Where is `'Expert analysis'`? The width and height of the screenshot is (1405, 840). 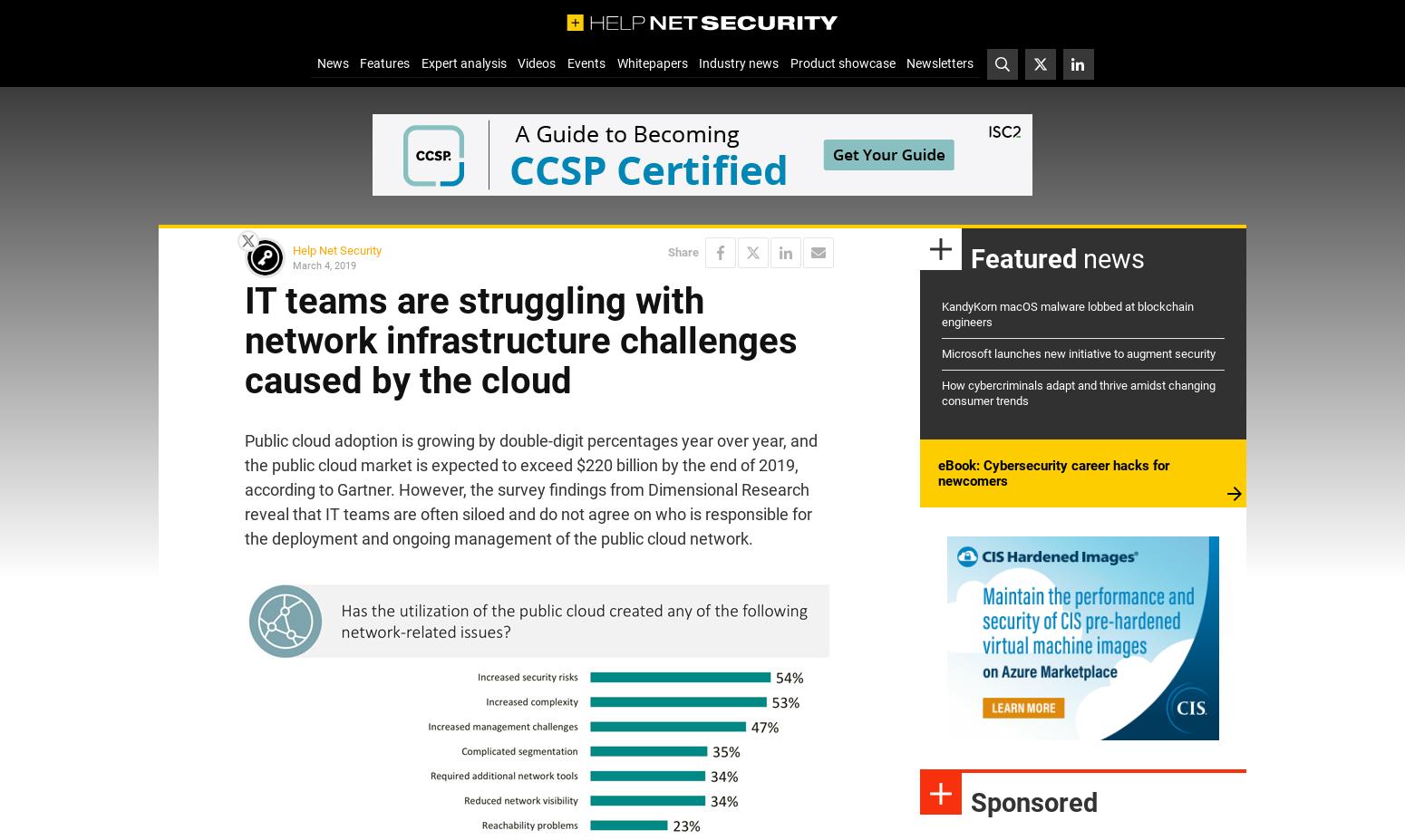
'Expert analysis' is located at coordinates (421, 62).